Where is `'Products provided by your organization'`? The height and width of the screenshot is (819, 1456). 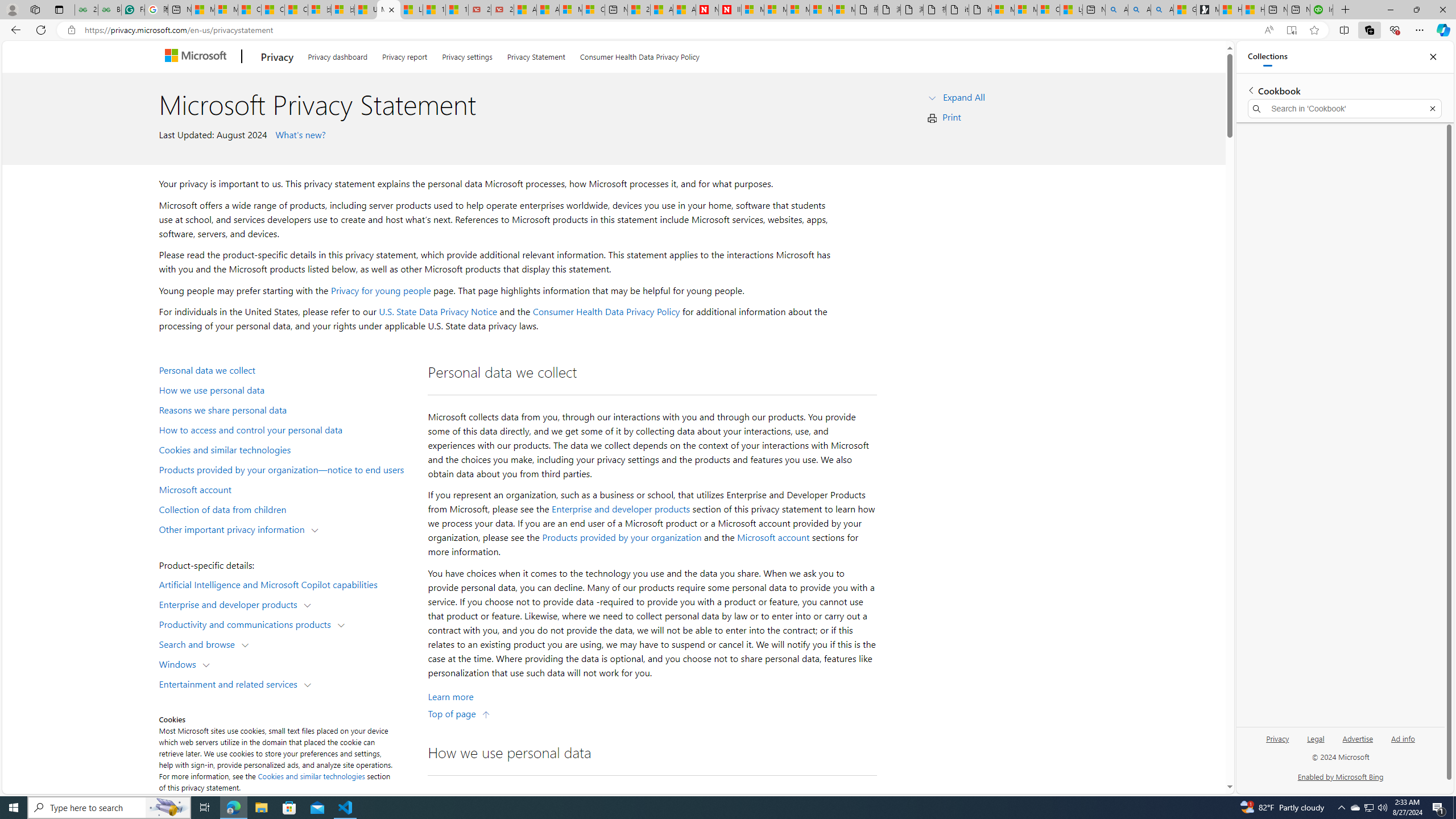
'Products provided by your organization' is located at coordinates (621, 537).